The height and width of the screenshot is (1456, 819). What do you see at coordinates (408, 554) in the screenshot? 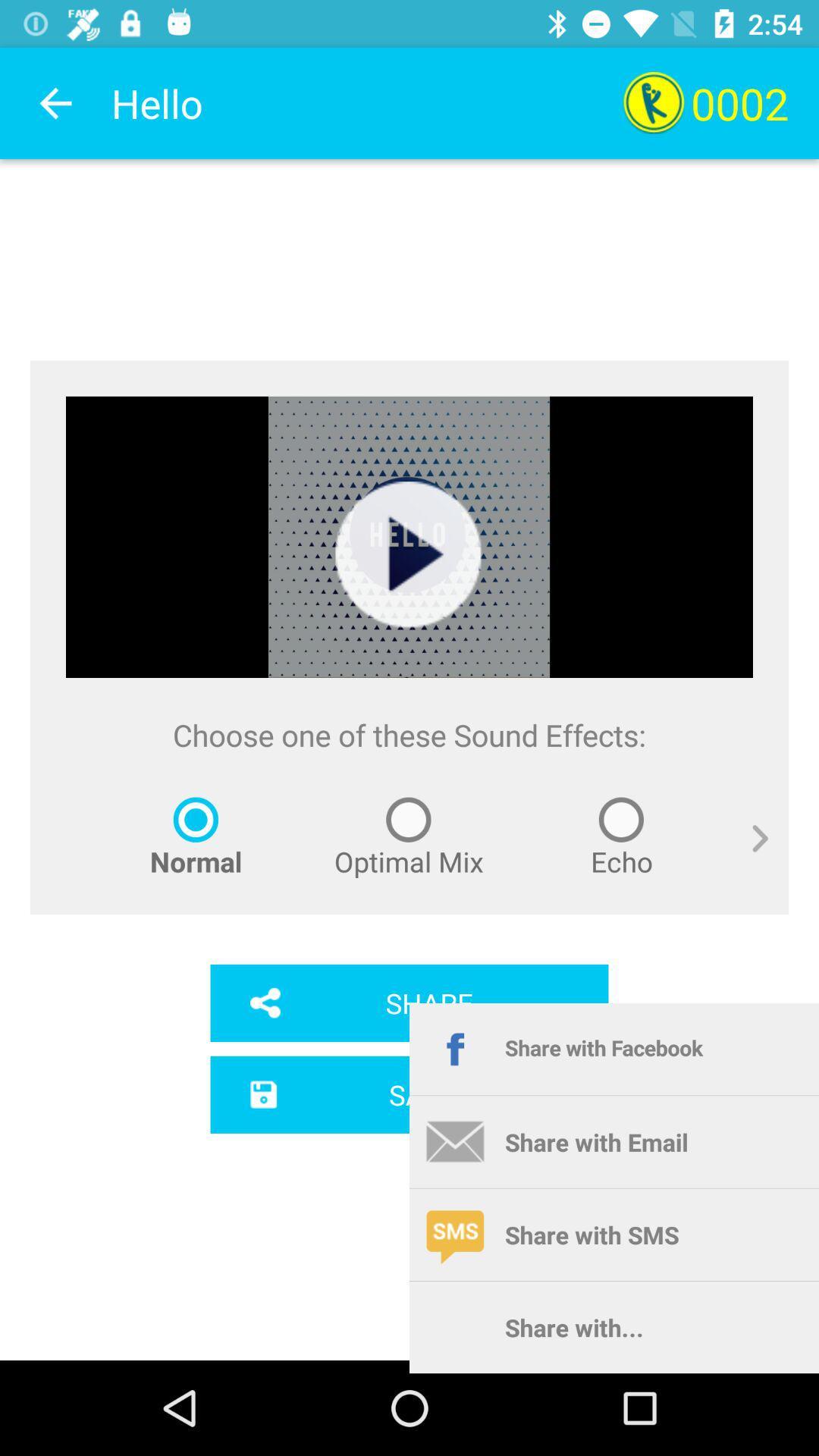
I see `item above the choose one of icon` at bounding box center [408, 554].